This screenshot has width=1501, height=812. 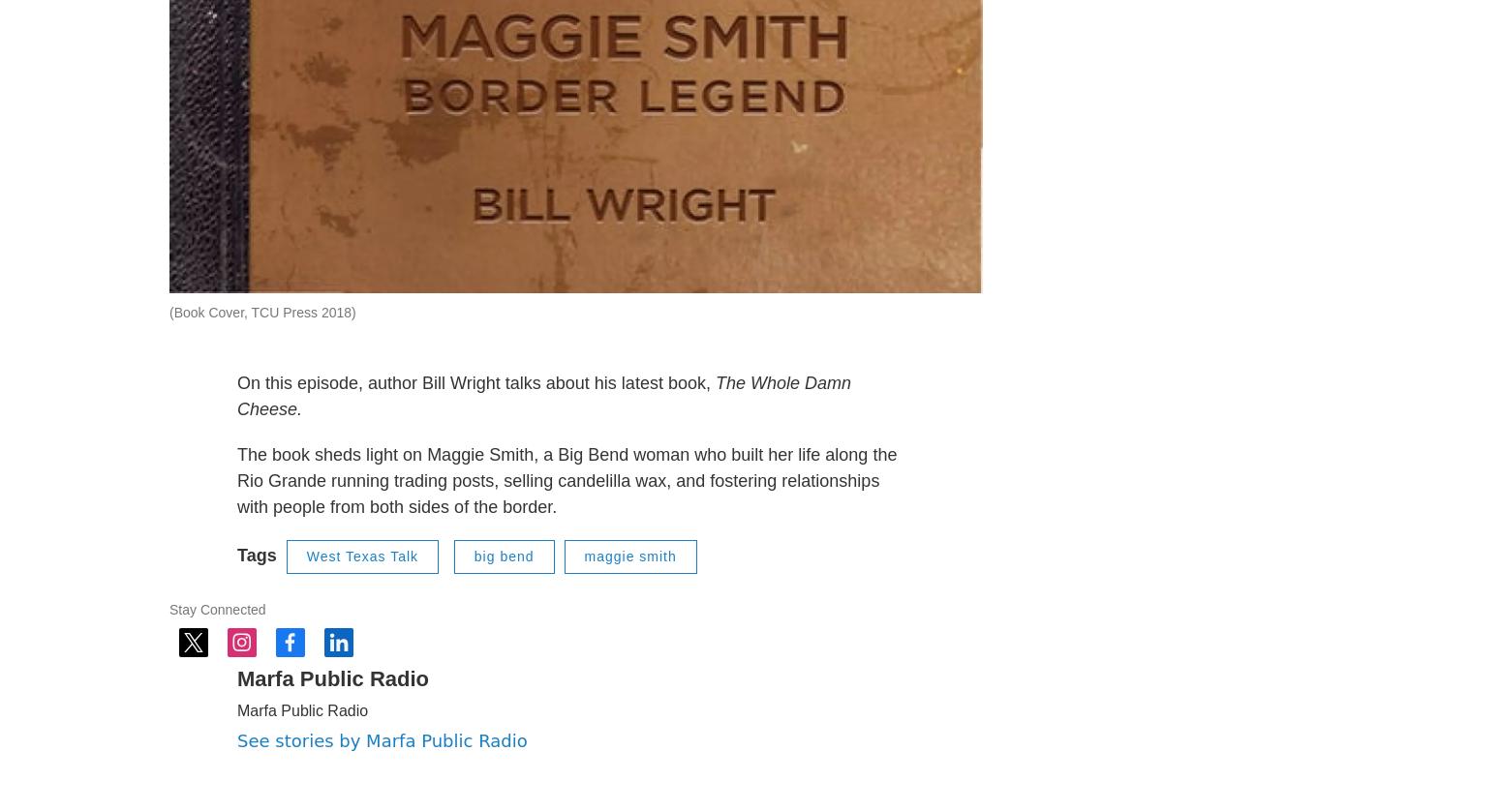 What do you see at coordinates (628, 603) in the screenshot?
I see `'maggie smith'` at bounding box center [628, 603].